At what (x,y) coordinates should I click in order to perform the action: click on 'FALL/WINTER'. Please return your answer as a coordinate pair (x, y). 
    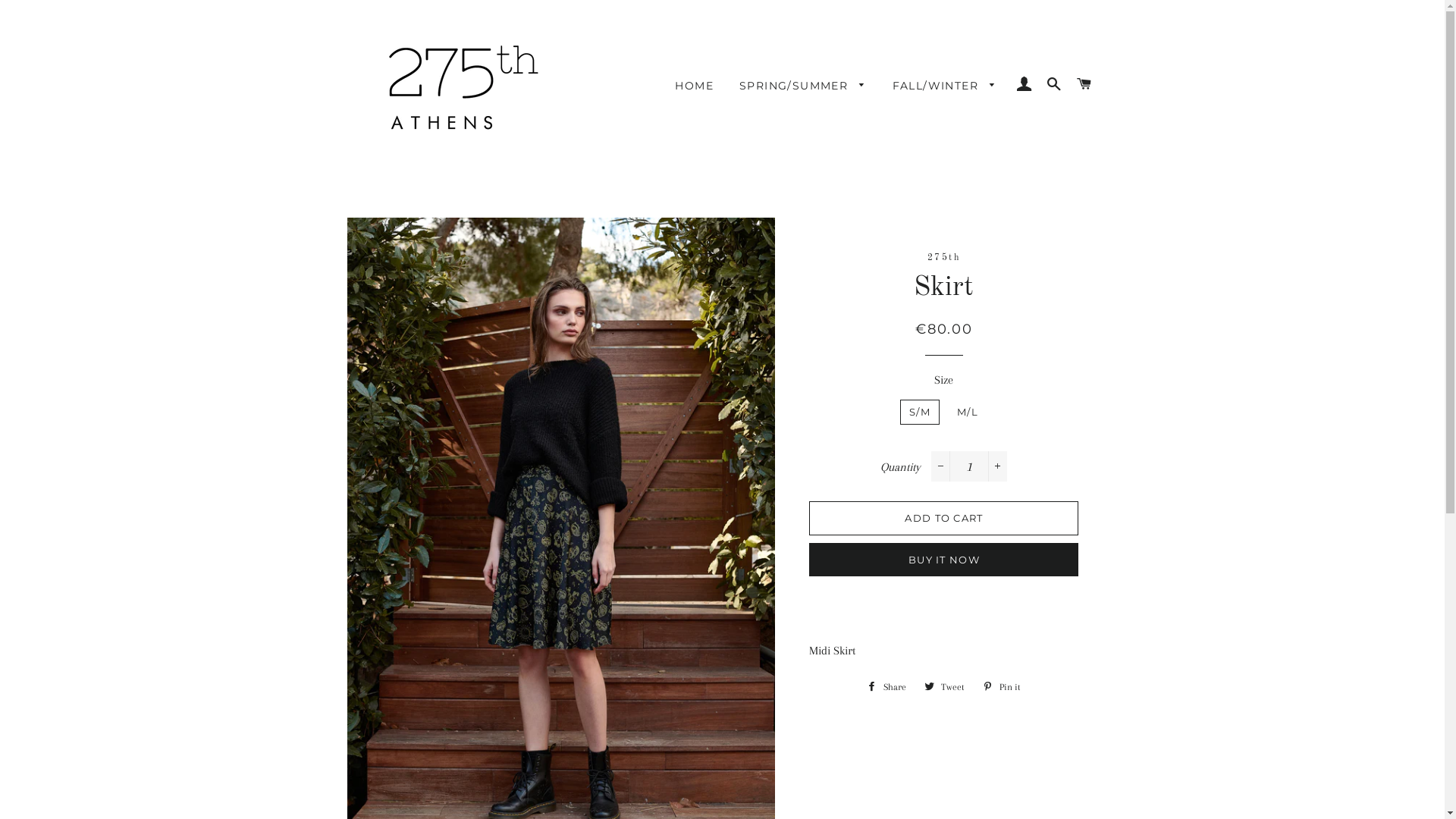
    Looking at the image, I should click on (944, 86).